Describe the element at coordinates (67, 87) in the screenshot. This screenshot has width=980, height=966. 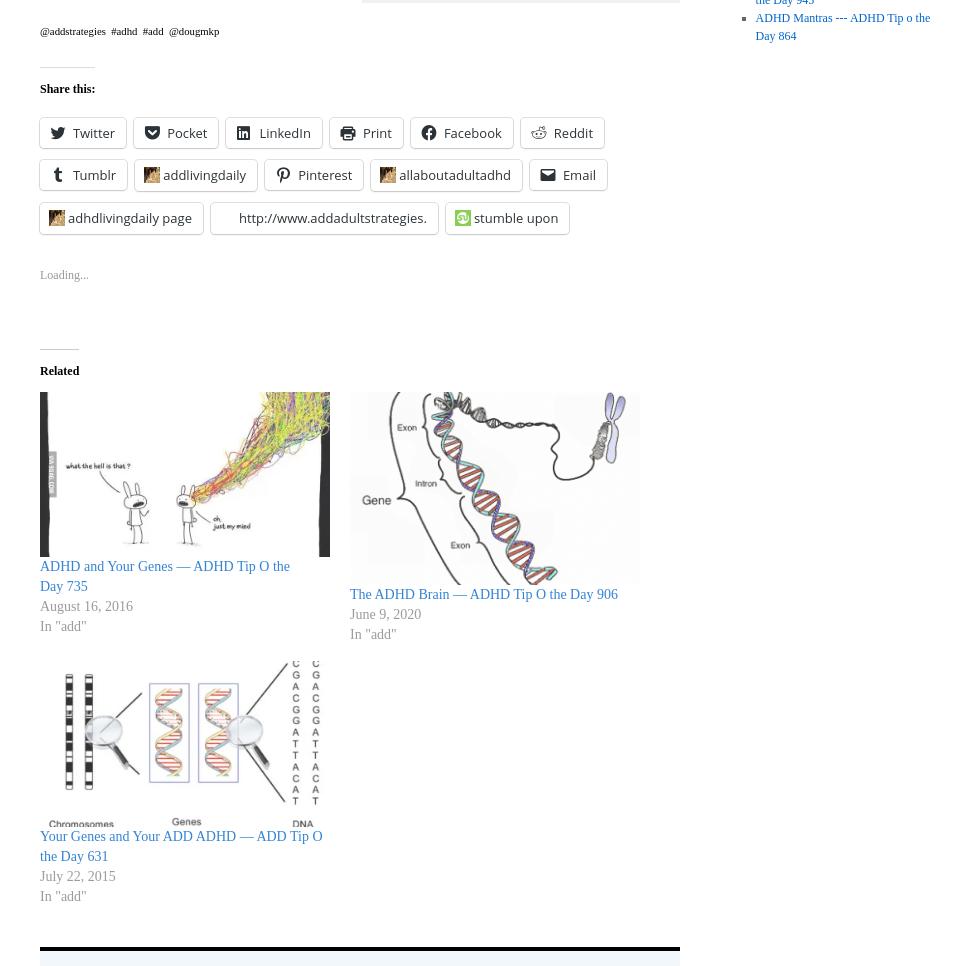
I see `'Share this:'` at that location.